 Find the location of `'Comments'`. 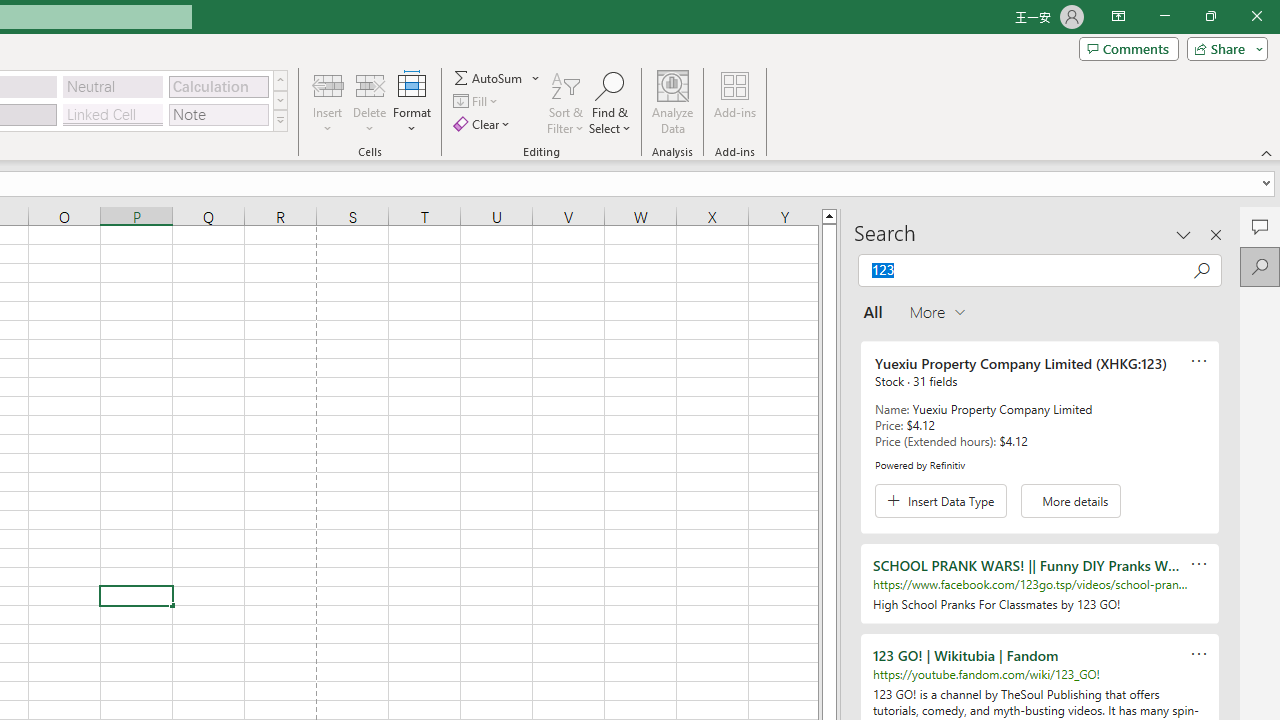

'Comments' is located at coordinates (1128, 47).